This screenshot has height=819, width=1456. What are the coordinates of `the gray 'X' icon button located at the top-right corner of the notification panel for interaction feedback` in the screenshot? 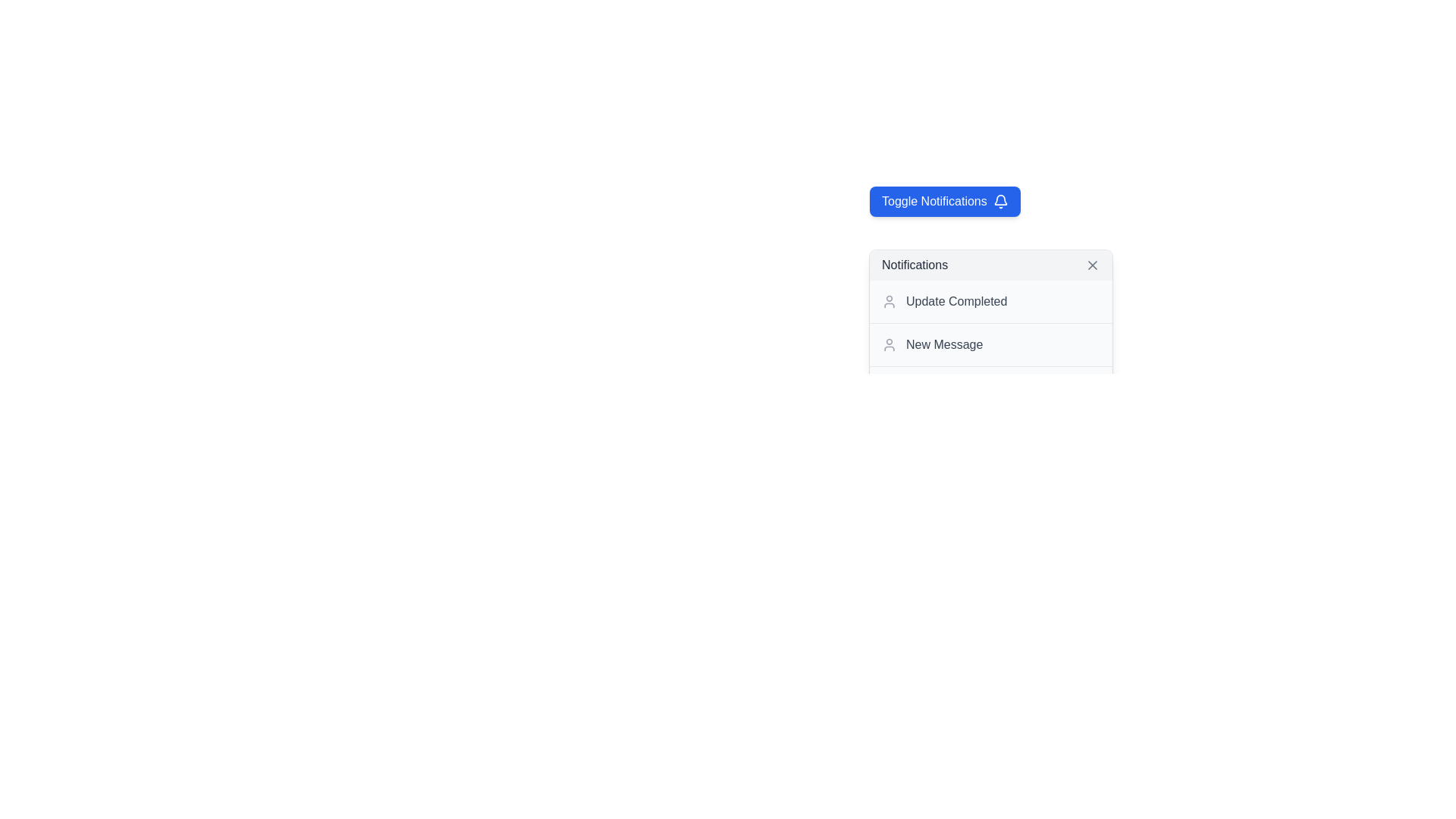 It's located at (1092, 265).